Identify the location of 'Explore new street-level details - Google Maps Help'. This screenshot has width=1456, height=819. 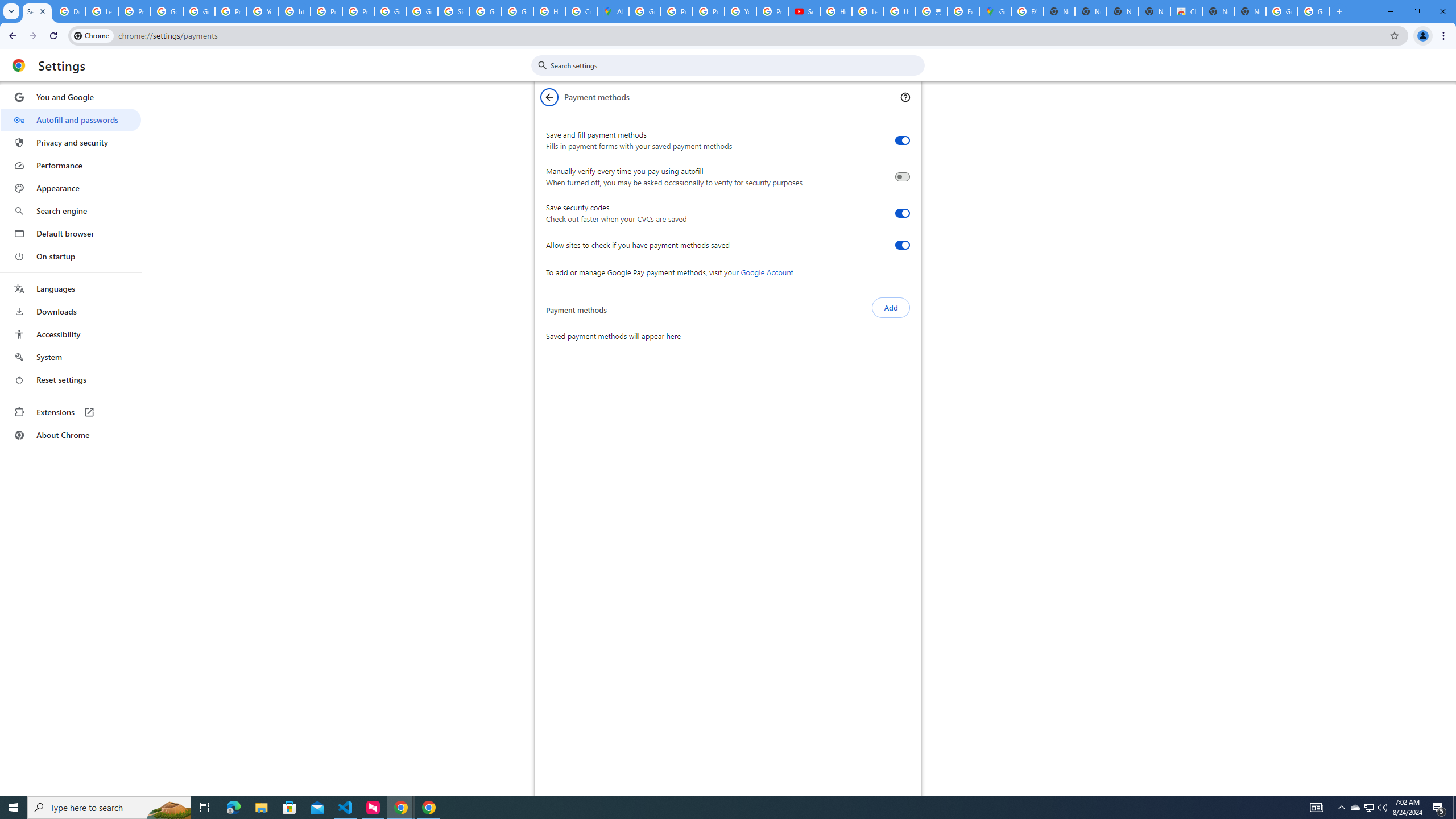
(962, 11).